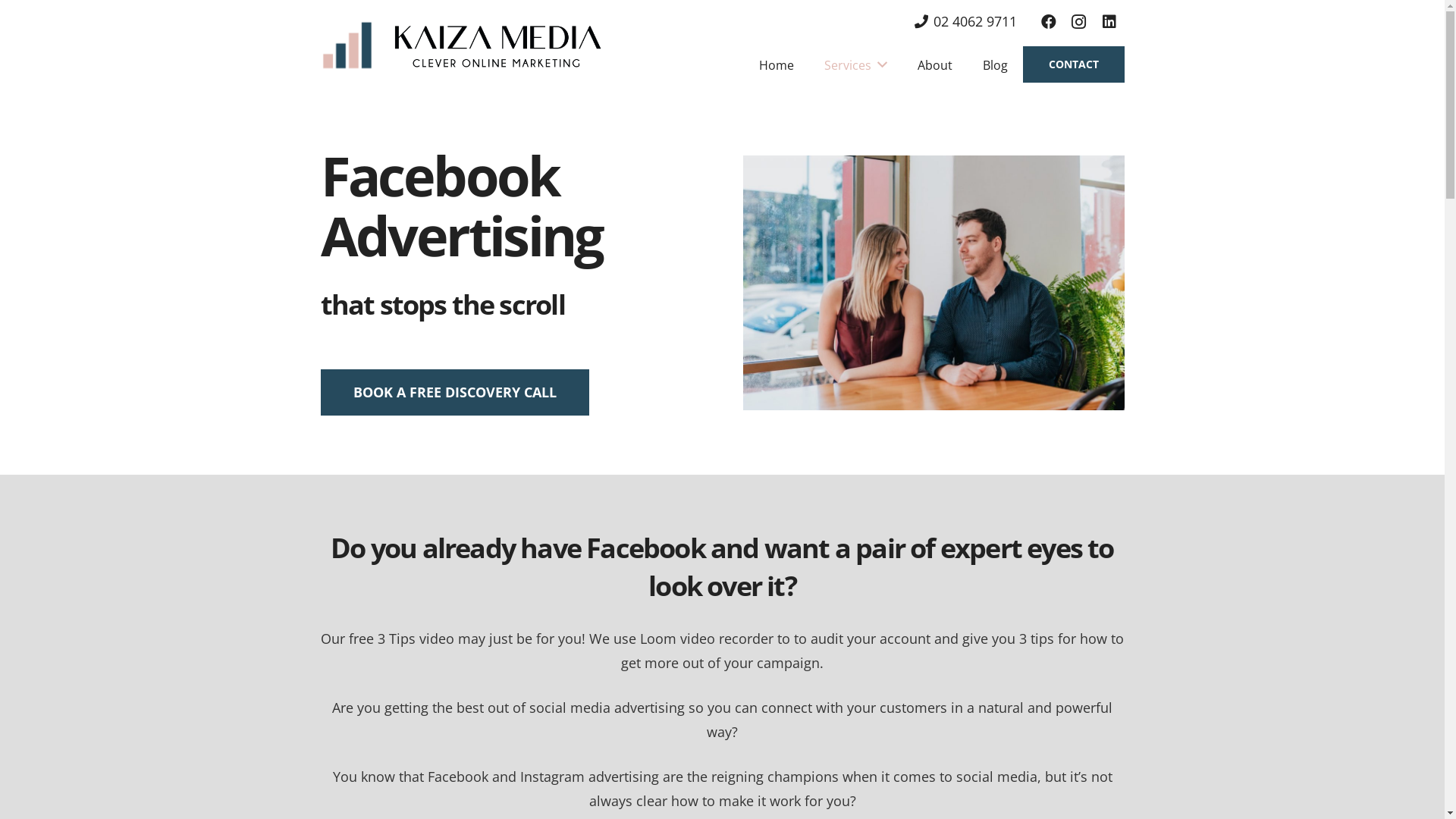 The height and width of the screenshot is (819, 1456). What do you see at coordinates (995, 64) in the screenshot?
I see `'Blog'` at bounding box center [995, 64].